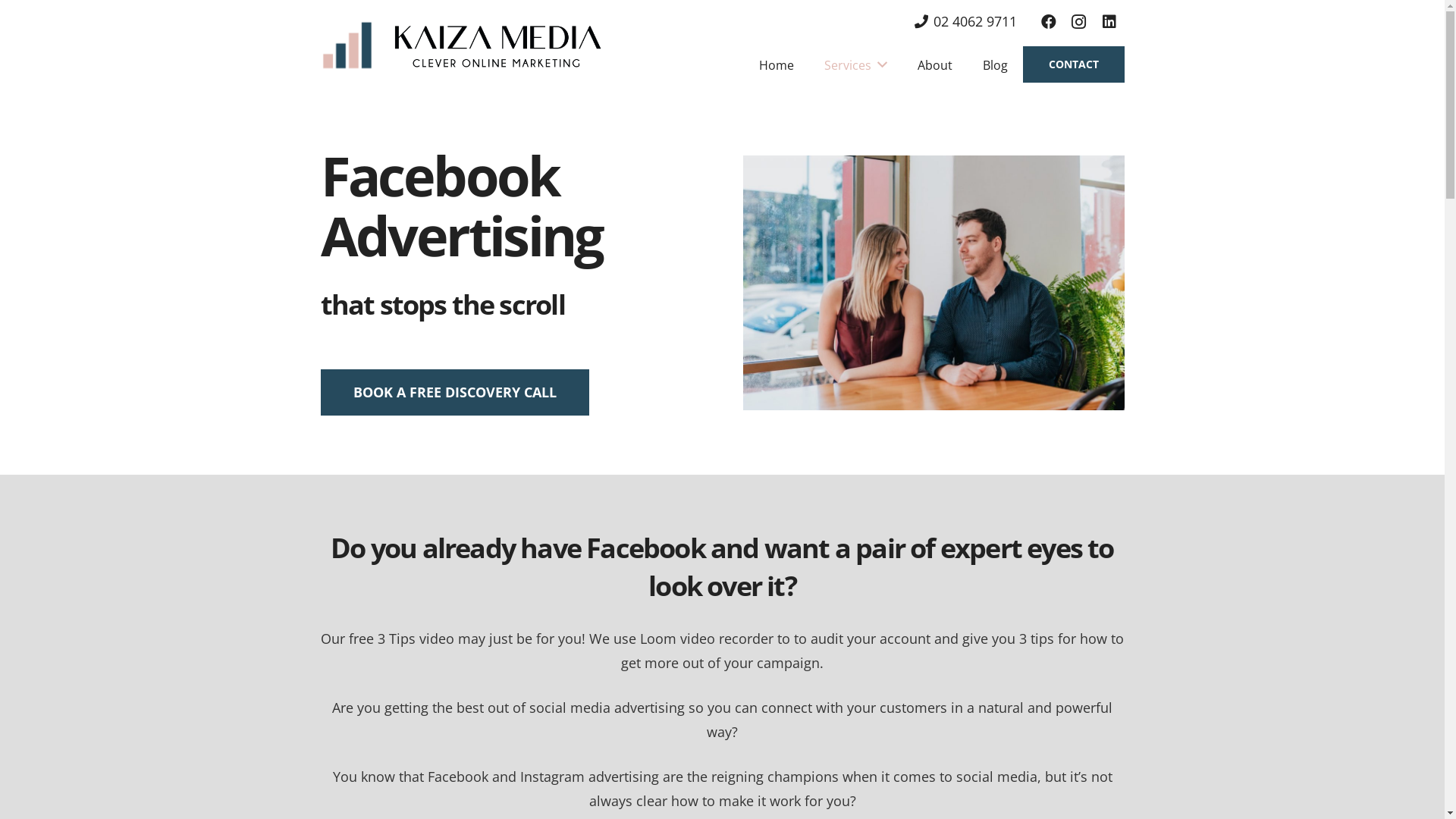 The height and width of the screenshot is (819, 1456). What do you see at coordinates (995, 64) in the screenshot?
I see `'Blog'` at bounding box center [995, 64].